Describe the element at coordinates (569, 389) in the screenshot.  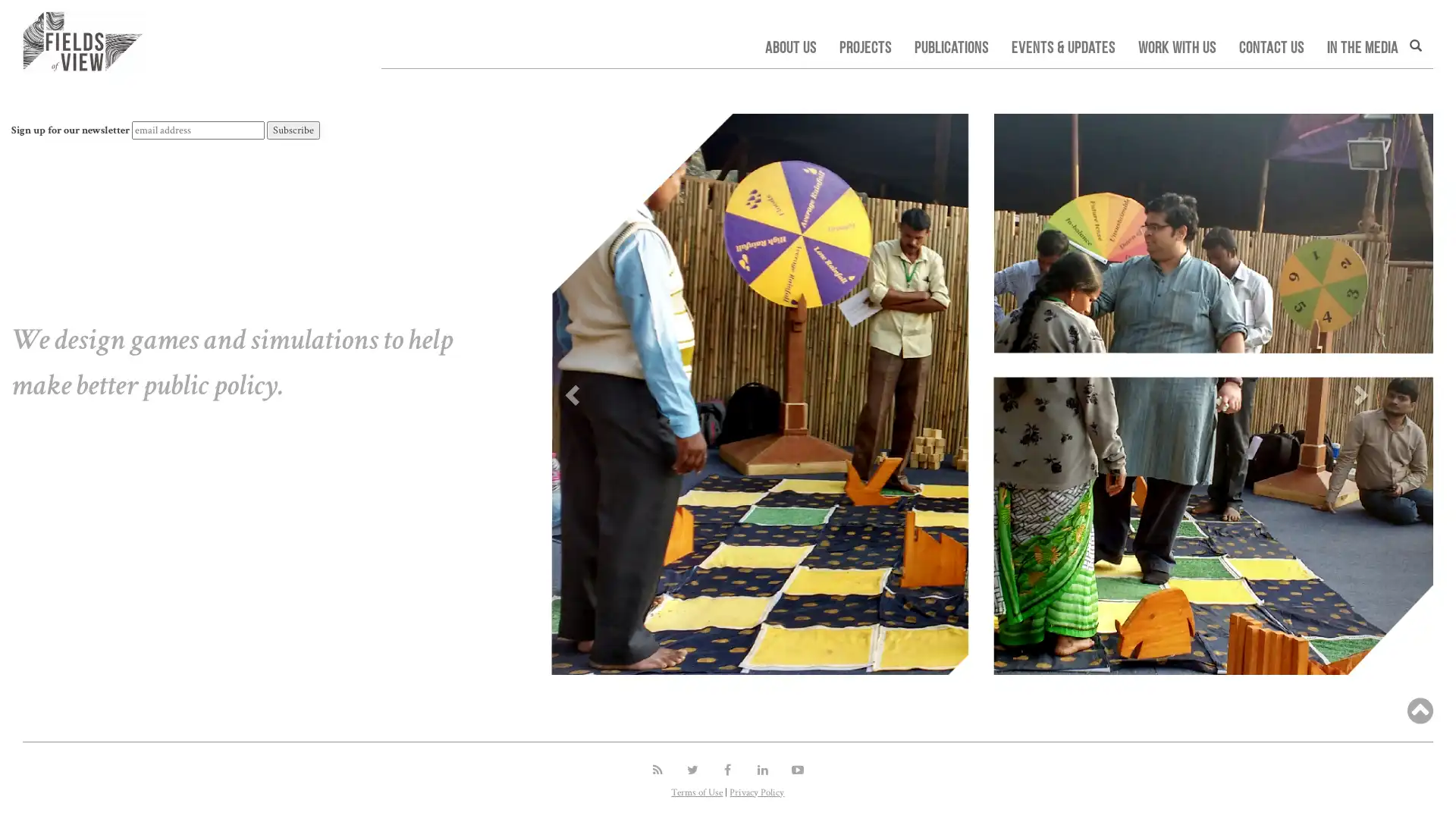
I see `Previous` at that location.